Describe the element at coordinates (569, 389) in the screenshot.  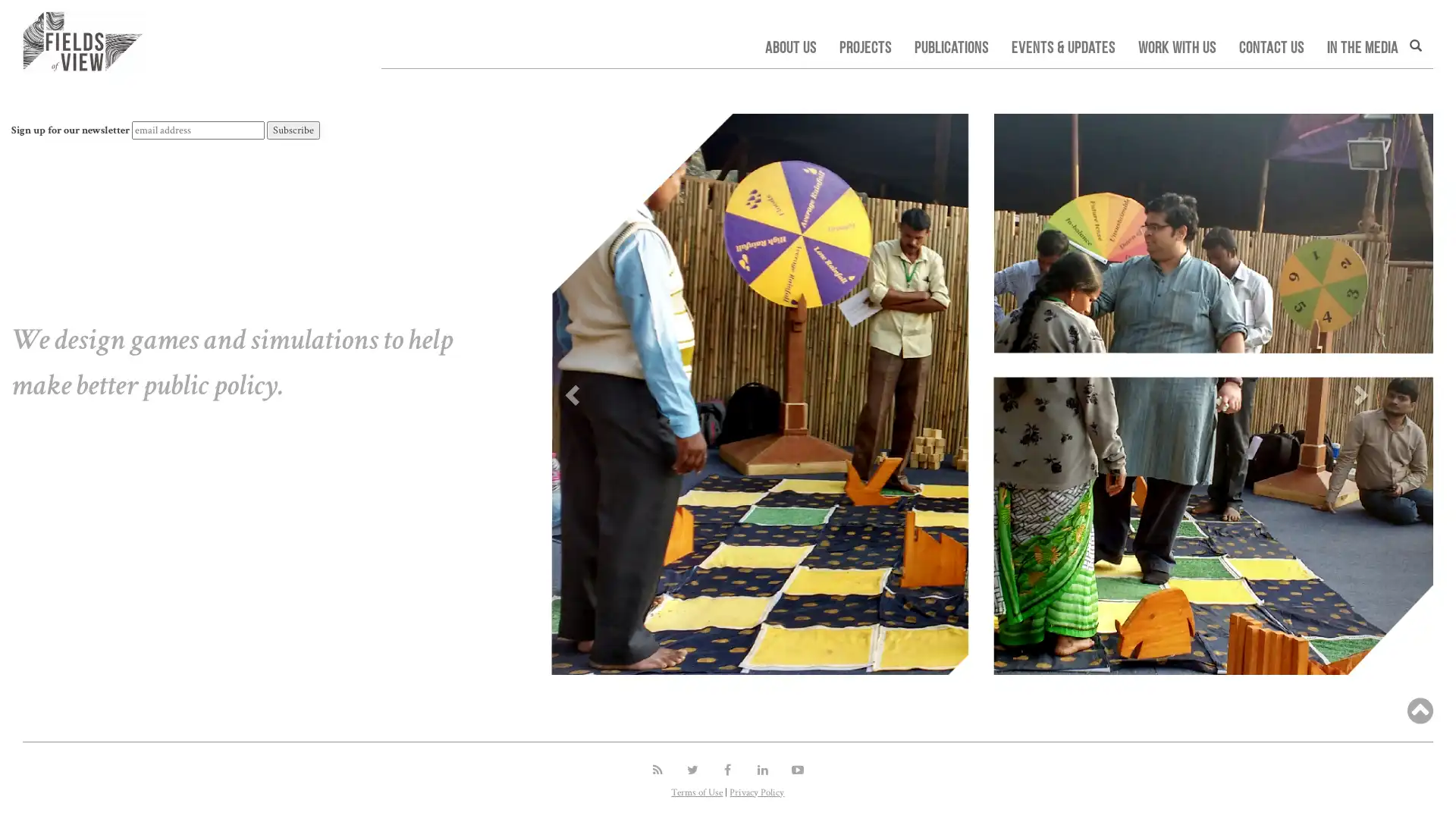
I see `Previous` at that location.